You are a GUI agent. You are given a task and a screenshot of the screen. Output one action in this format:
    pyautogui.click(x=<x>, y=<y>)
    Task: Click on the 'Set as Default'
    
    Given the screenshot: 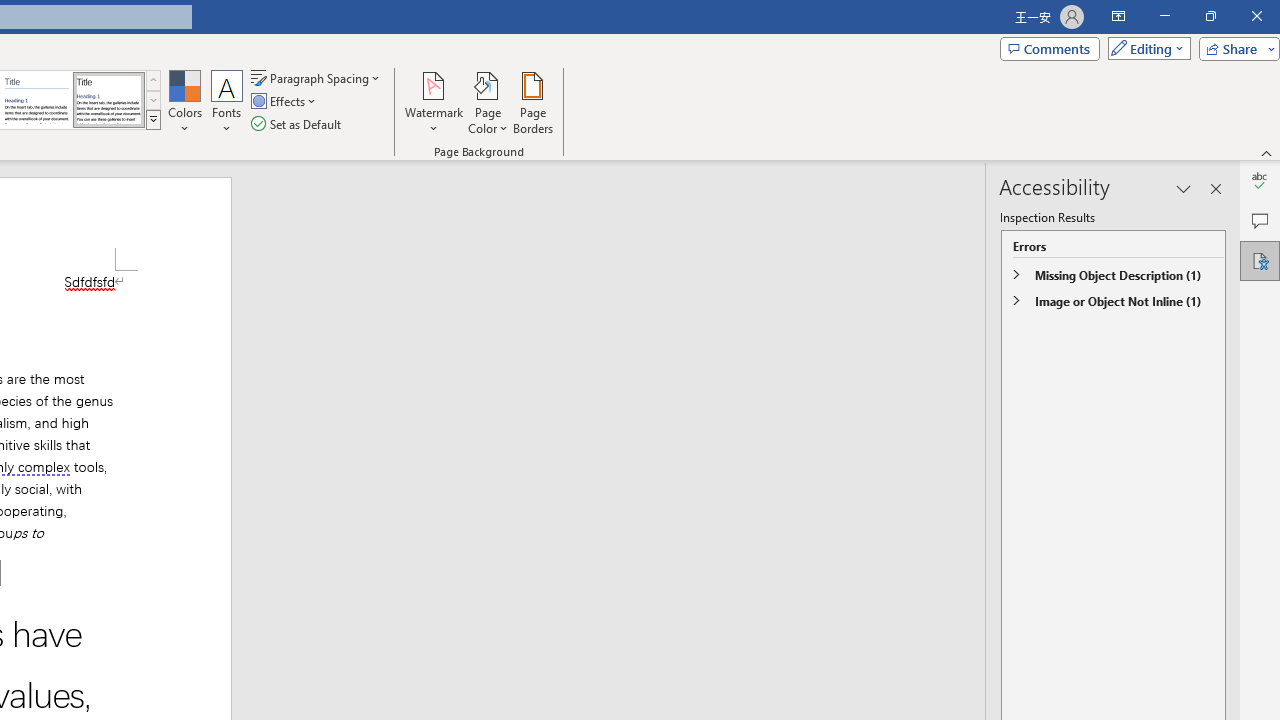 What is the action you would take?
    pyautogui.click(x=297, y=124)
    